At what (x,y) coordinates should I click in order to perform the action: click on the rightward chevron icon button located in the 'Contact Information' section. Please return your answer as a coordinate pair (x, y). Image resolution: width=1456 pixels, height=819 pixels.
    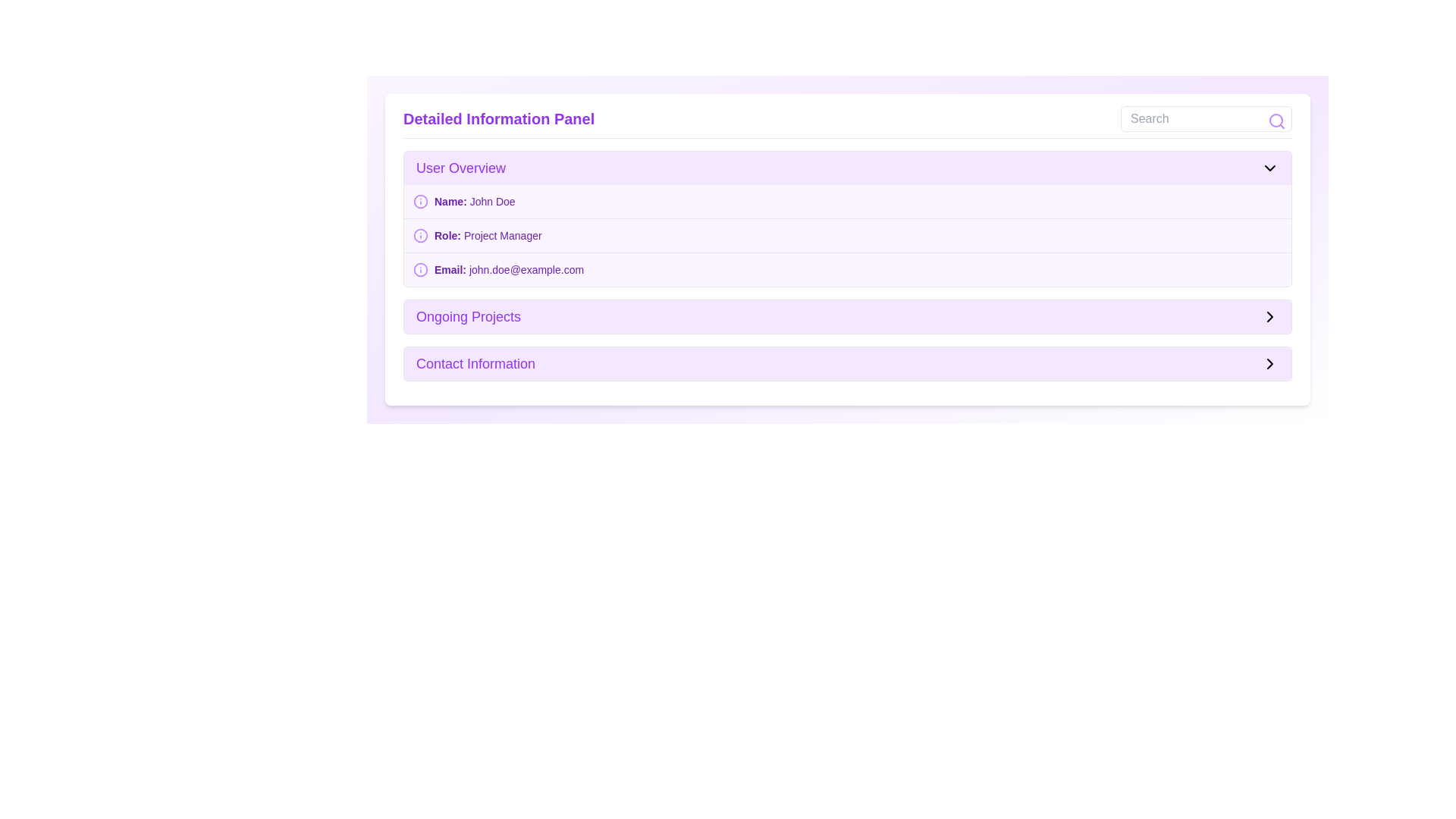
    Looking at the image, I should click on (1270, 363).